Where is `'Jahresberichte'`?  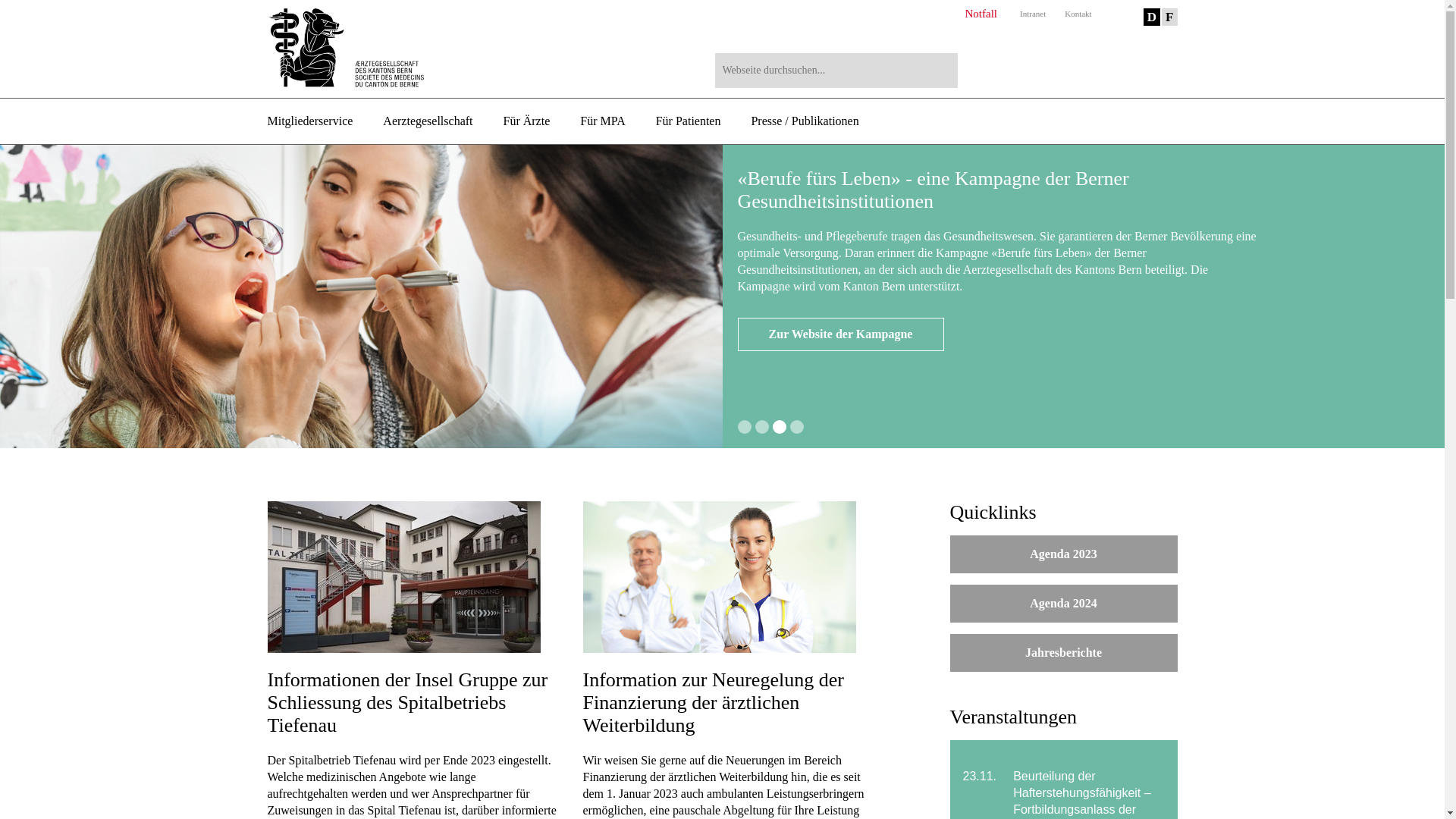
'Jahresberichte' is located at coordinates (1062, 651).